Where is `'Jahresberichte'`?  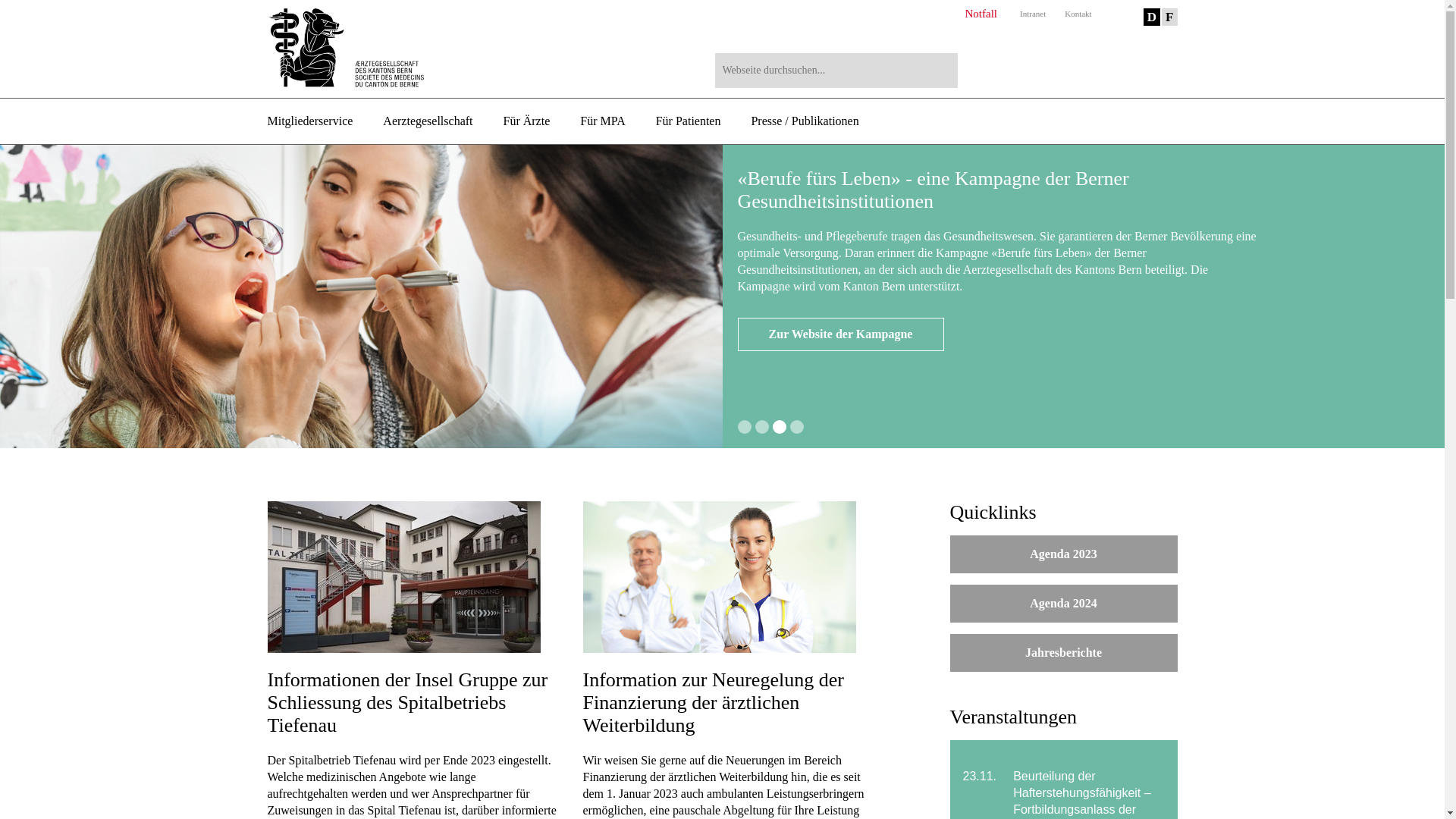
'Jahresberichte' is located at coordinates (1062, 651).